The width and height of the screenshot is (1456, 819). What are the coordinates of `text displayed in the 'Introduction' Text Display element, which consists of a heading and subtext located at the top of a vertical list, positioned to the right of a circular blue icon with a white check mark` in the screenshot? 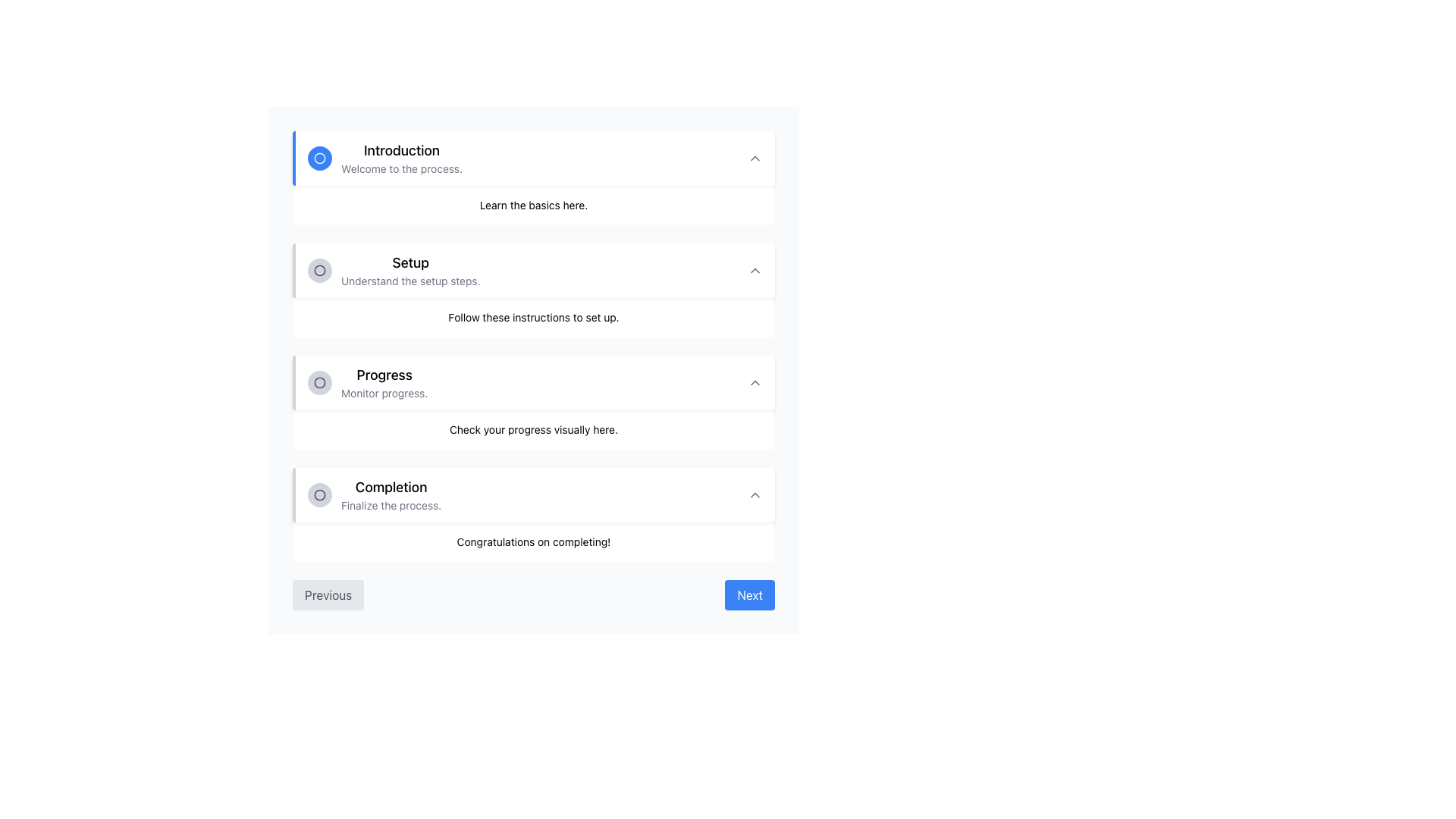 It's located at (402, 158).